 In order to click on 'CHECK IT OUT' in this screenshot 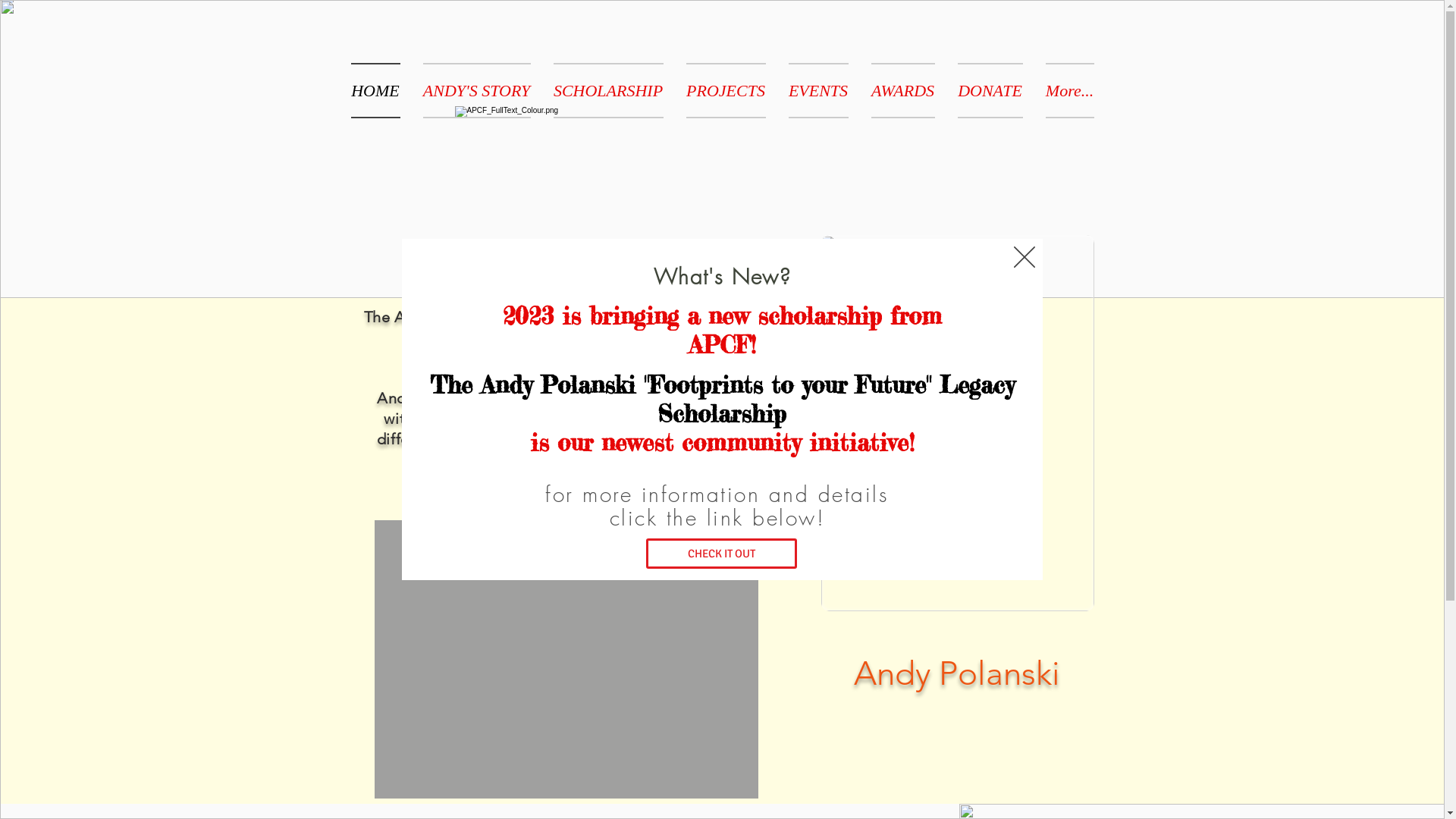, I will do `click(720, 553)`.